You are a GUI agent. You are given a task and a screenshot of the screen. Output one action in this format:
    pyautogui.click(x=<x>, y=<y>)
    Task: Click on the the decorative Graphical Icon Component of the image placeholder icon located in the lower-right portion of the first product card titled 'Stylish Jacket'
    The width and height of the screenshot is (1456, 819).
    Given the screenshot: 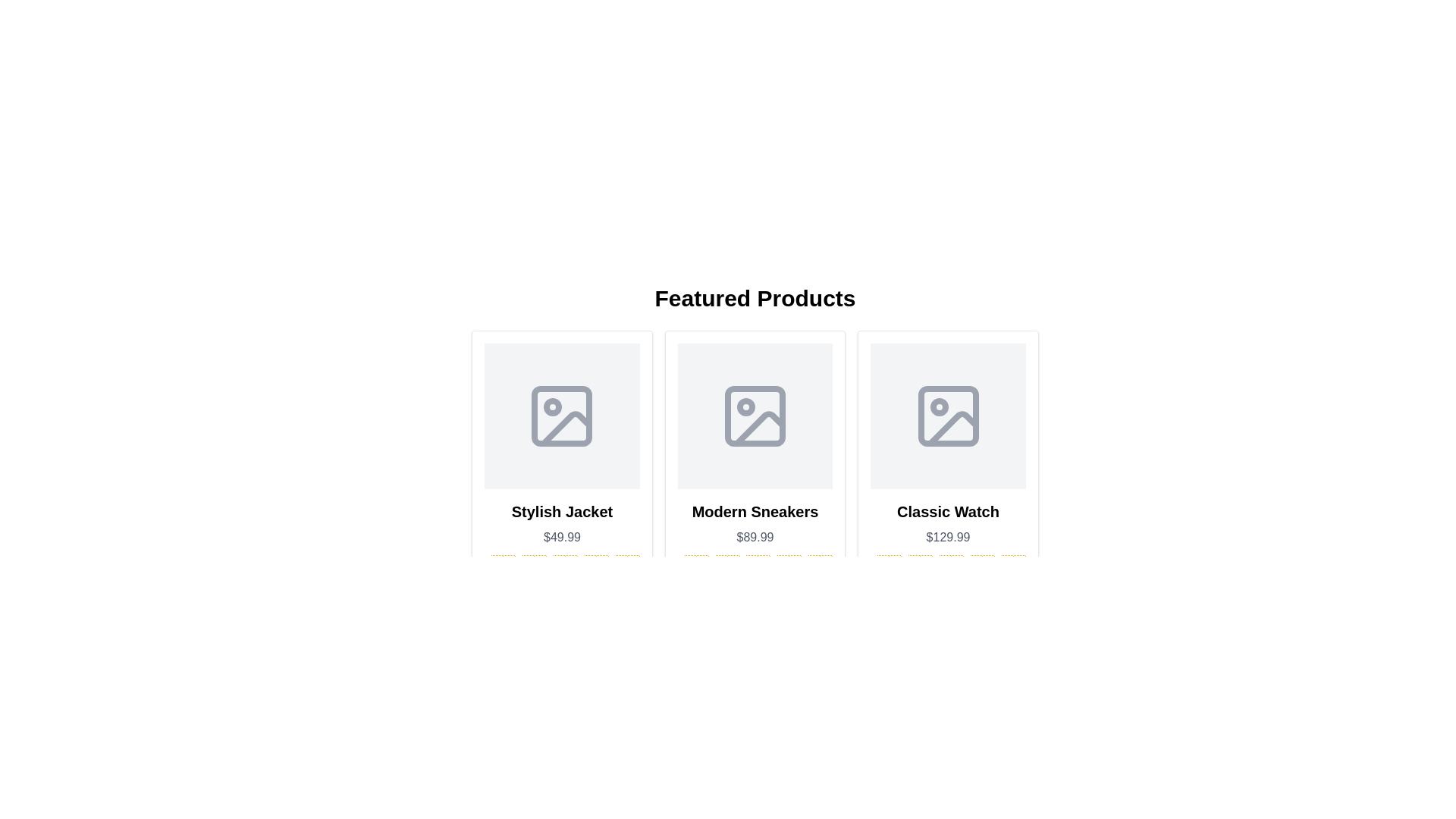 What is the action you would take?
    pyautogui.click(x=566, y=428)
    